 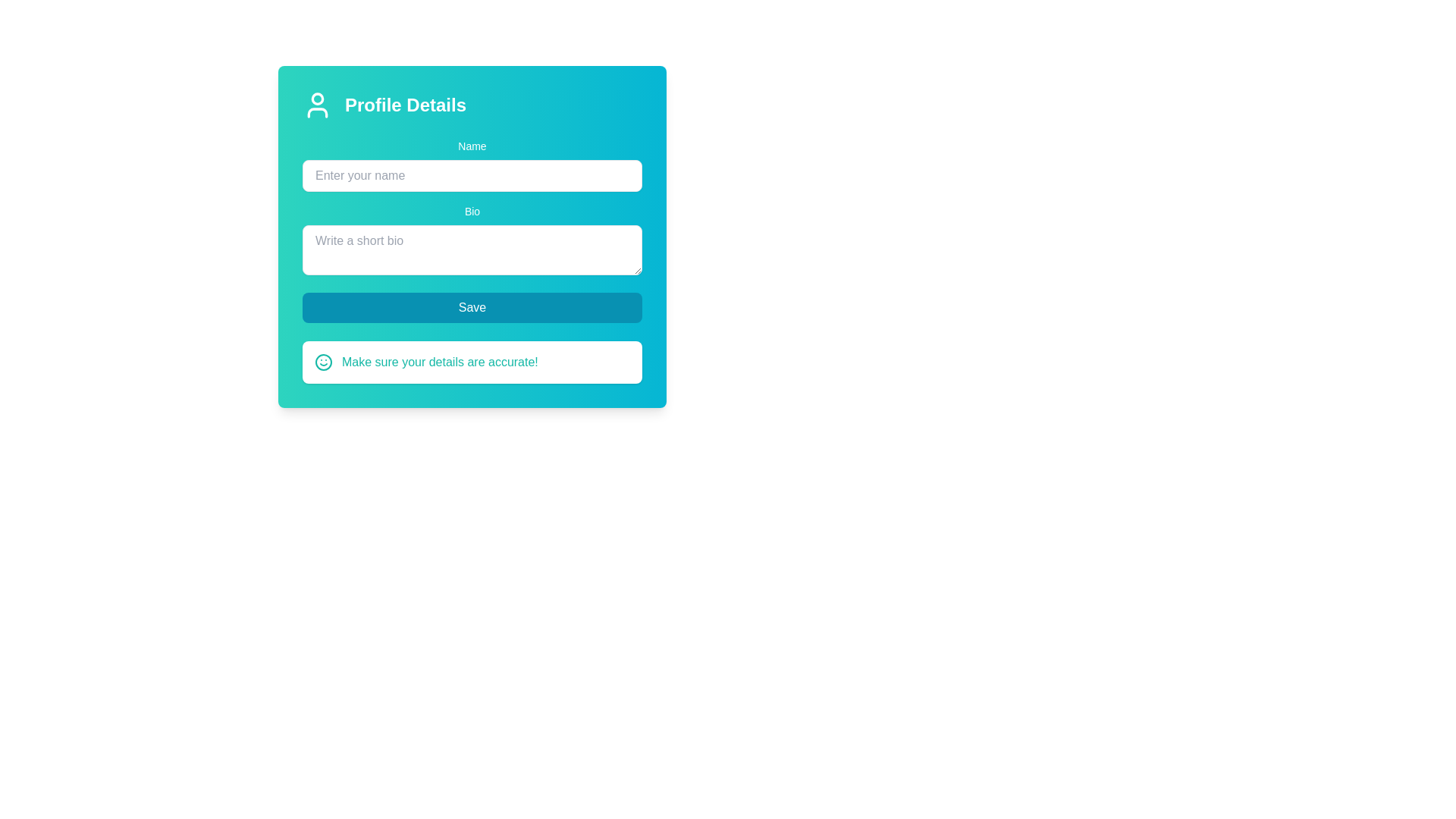 I want to click on the label with the text 'Bio', which is styled in a small, white font and is positioned above the text input field in a vertical form layout, so click(x=472, y=211).